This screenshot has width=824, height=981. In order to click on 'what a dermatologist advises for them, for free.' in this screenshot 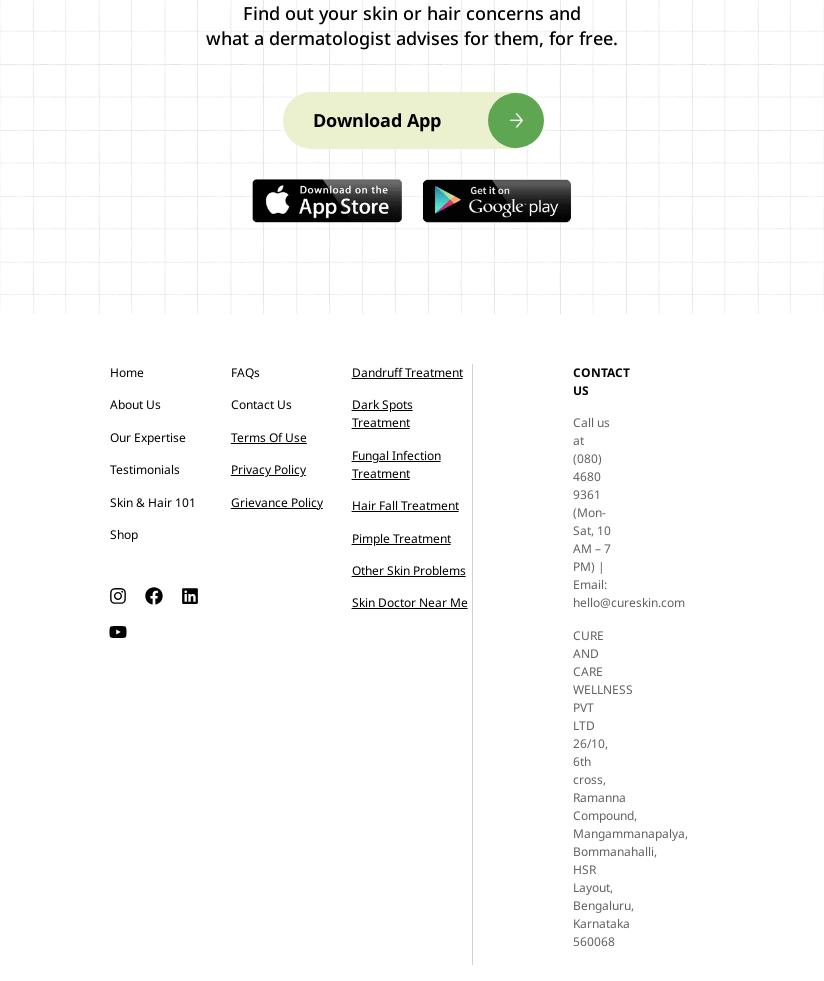, I will do `click(412, 35)`.